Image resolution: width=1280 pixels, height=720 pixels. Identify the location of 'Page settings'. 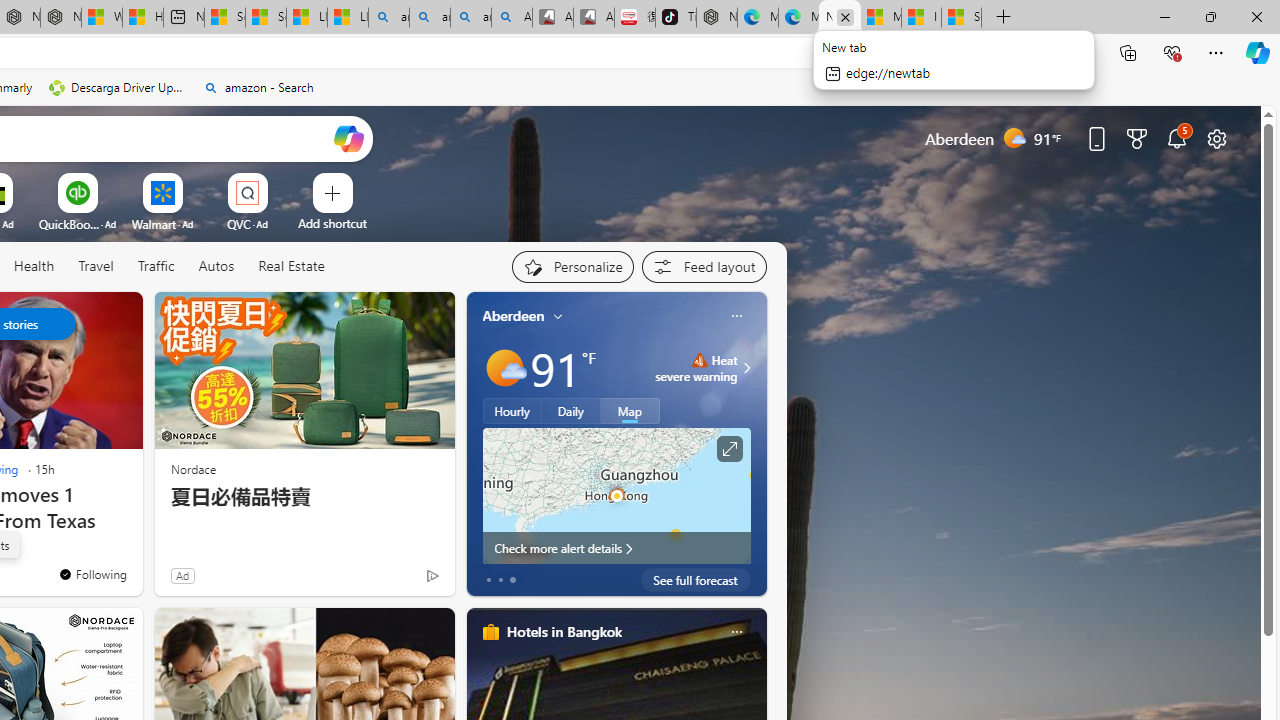
(1215, 137).